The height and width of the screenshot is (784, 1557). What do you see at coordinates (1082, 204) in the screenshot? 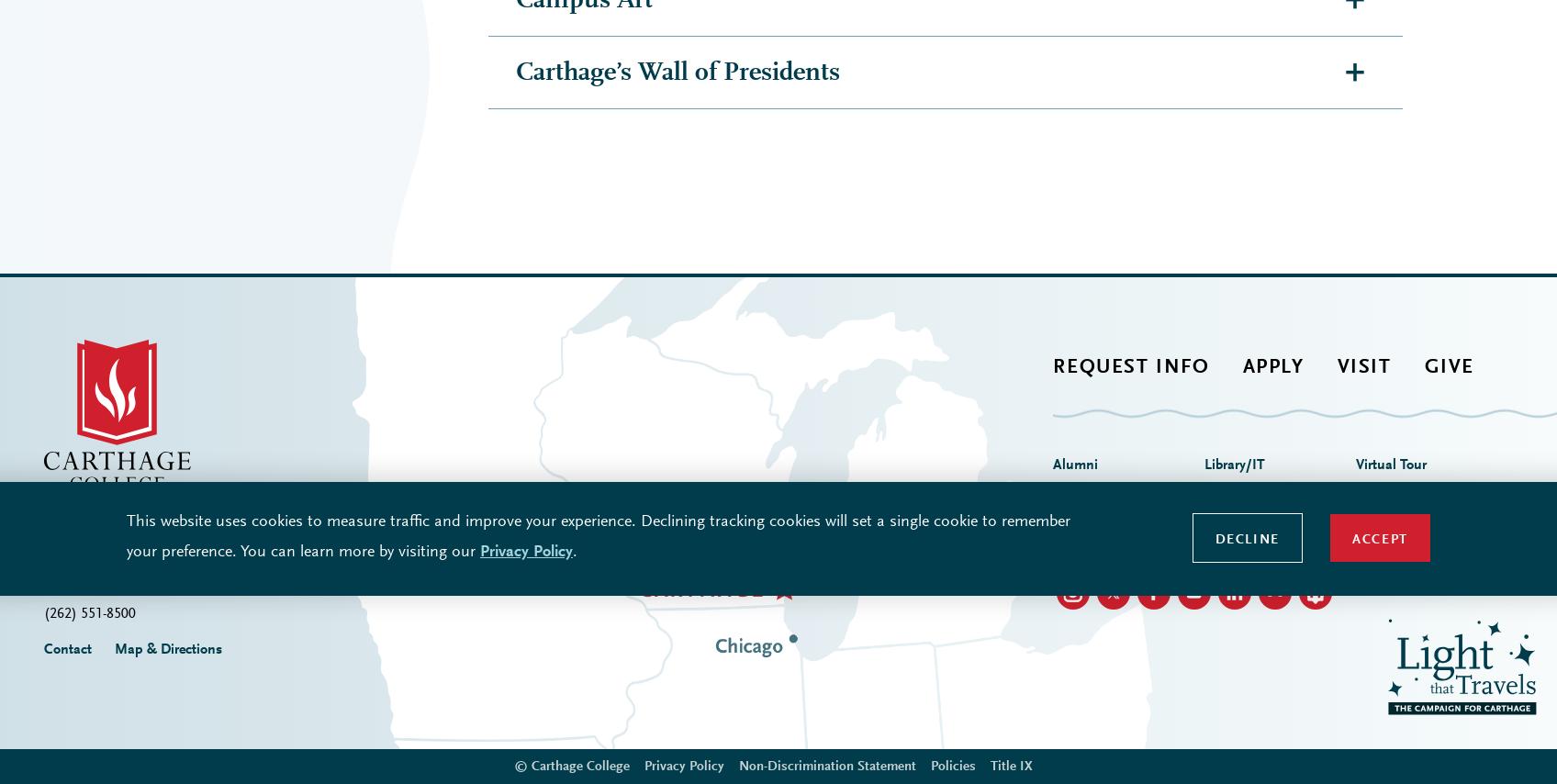
I see `'Bookstore'` at bounding box center [1082, 204].